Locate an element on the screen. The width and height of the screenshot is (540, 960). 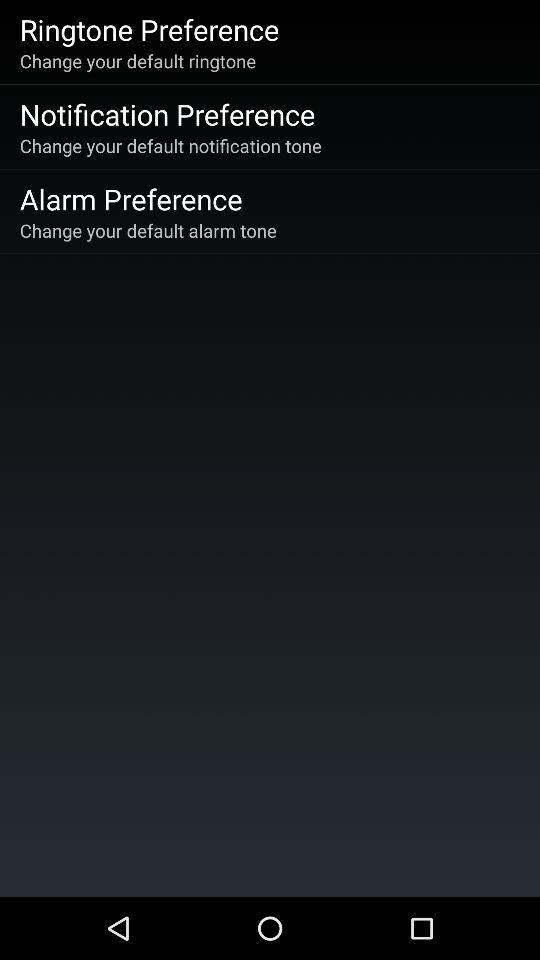
the ringtone preference item is located at coordinates (148, 28).